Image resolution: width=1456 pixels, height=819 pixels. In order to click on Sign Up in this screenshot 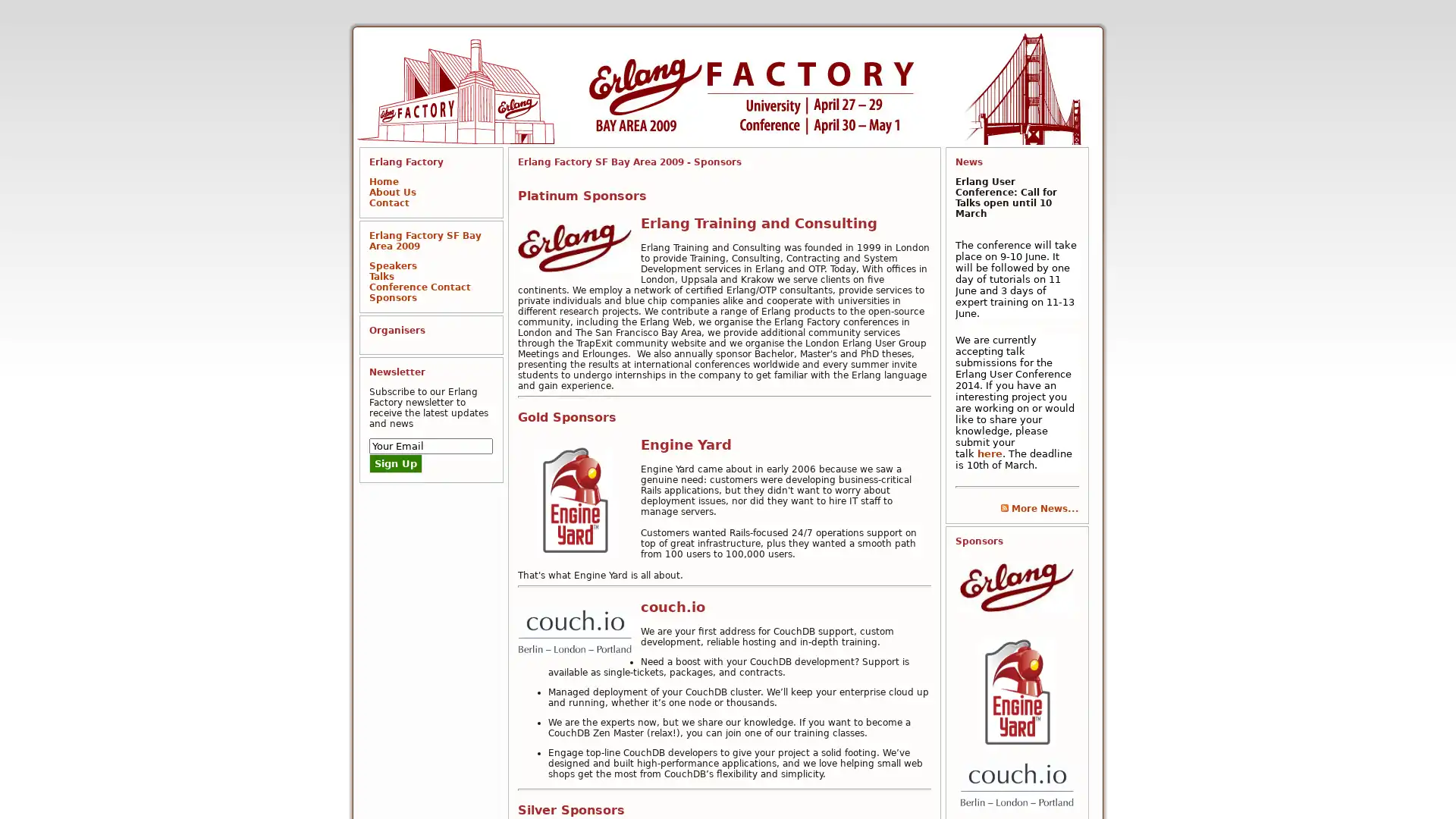, I will do `click(396, 463)`.